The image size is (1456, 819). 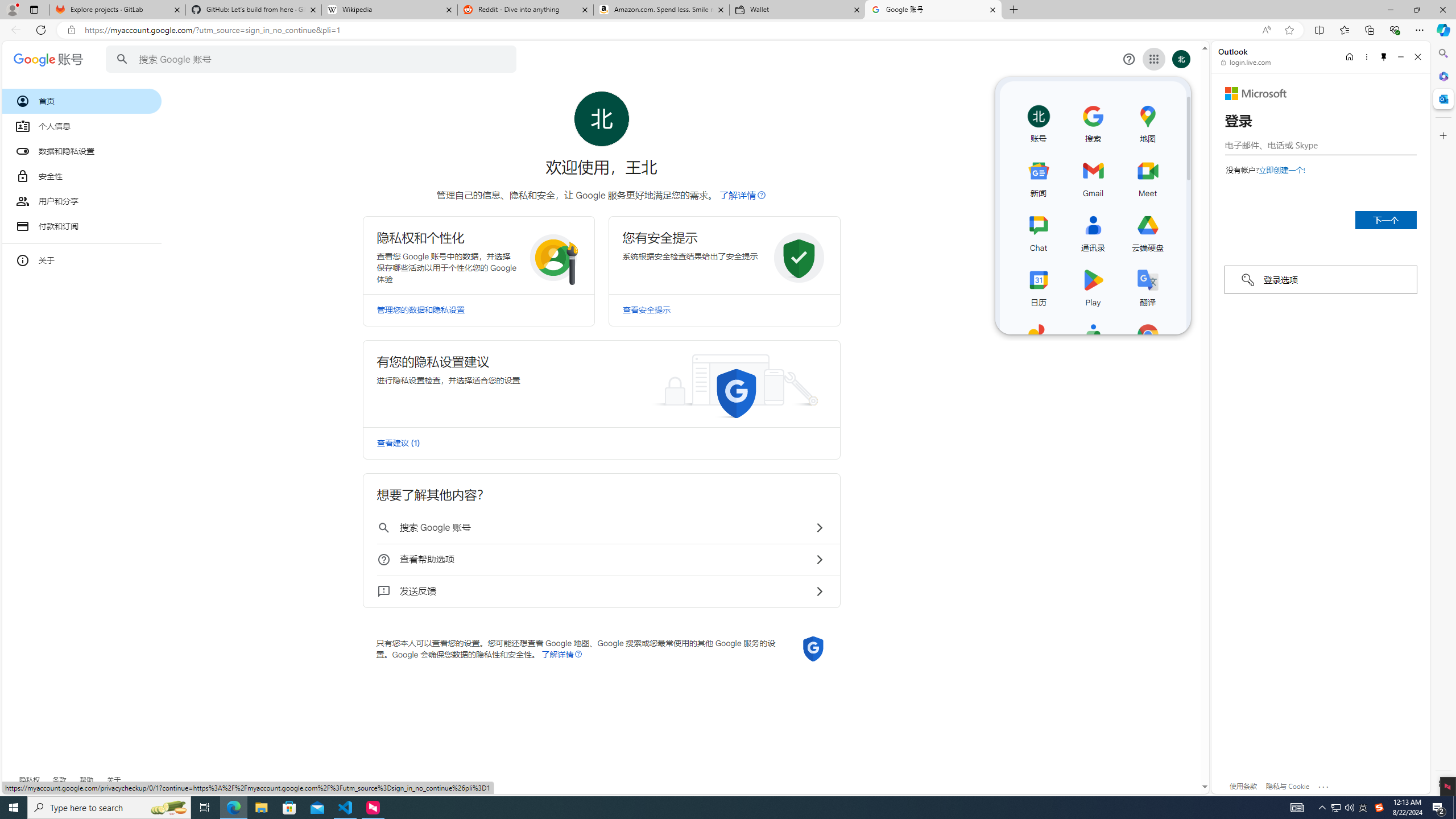 I want to click on 'Class: gb_E', so click(x=1153, y=59).